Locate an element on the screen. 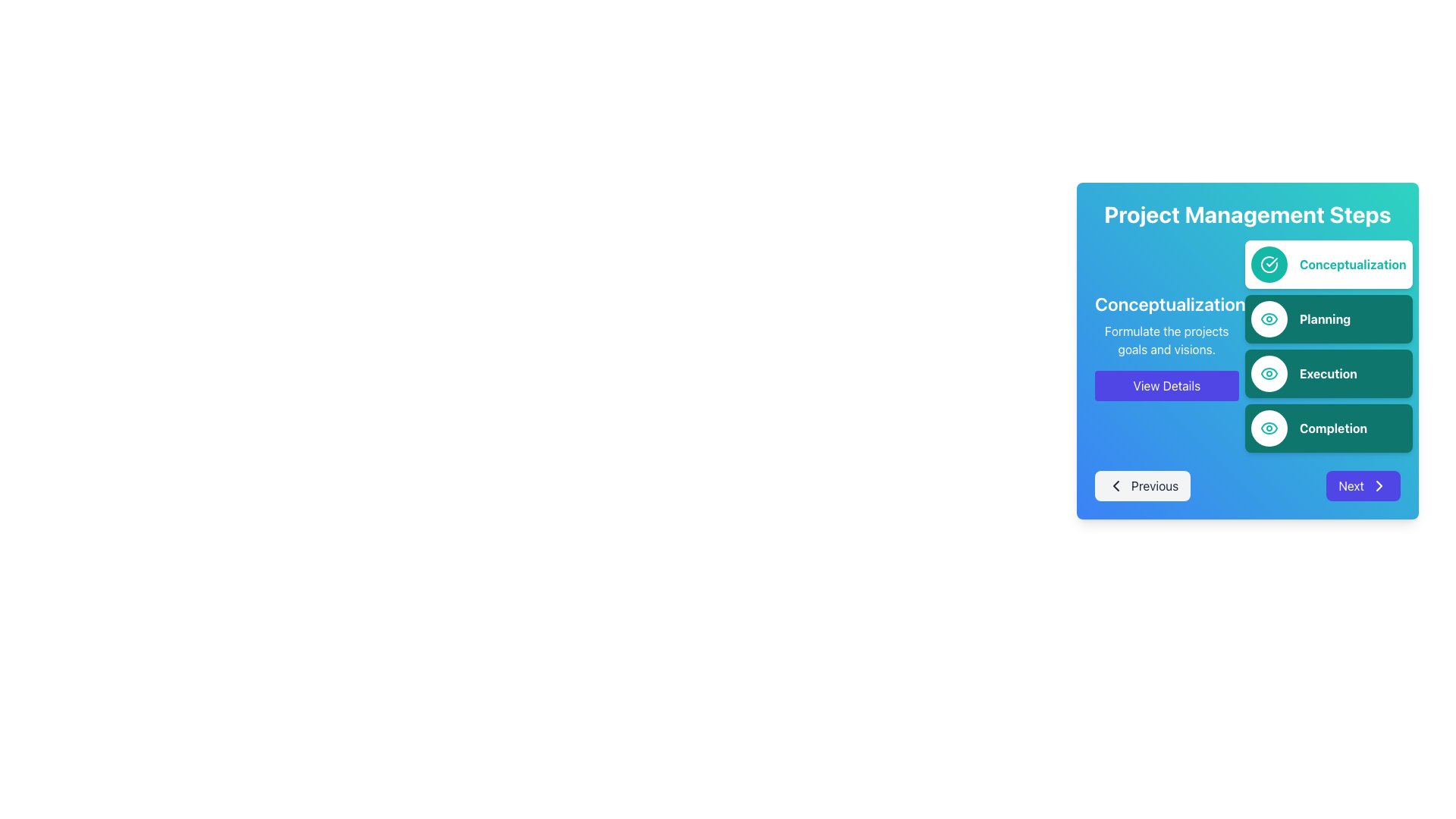 Image resolution: width=1456 pixels, height=819 pixels. the 'Execution' button is located at coordinates (1328, 374).